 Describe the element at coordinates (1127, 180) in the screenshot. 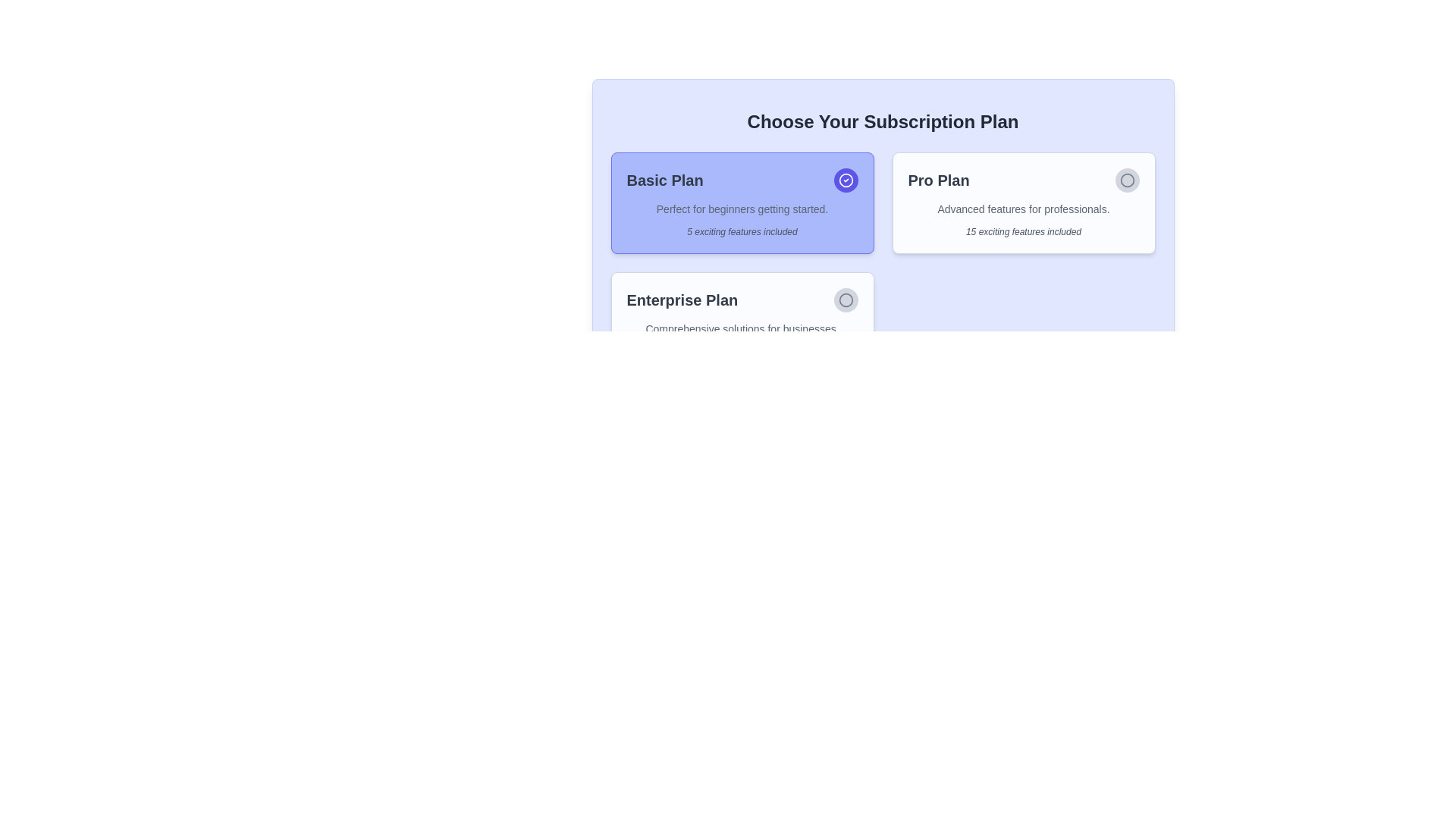

I see `the circular graphical component in the 'Pro Plan' section of the subscription plan selections, located at the top-right corner of the 'Pro Plan' card` at that location.